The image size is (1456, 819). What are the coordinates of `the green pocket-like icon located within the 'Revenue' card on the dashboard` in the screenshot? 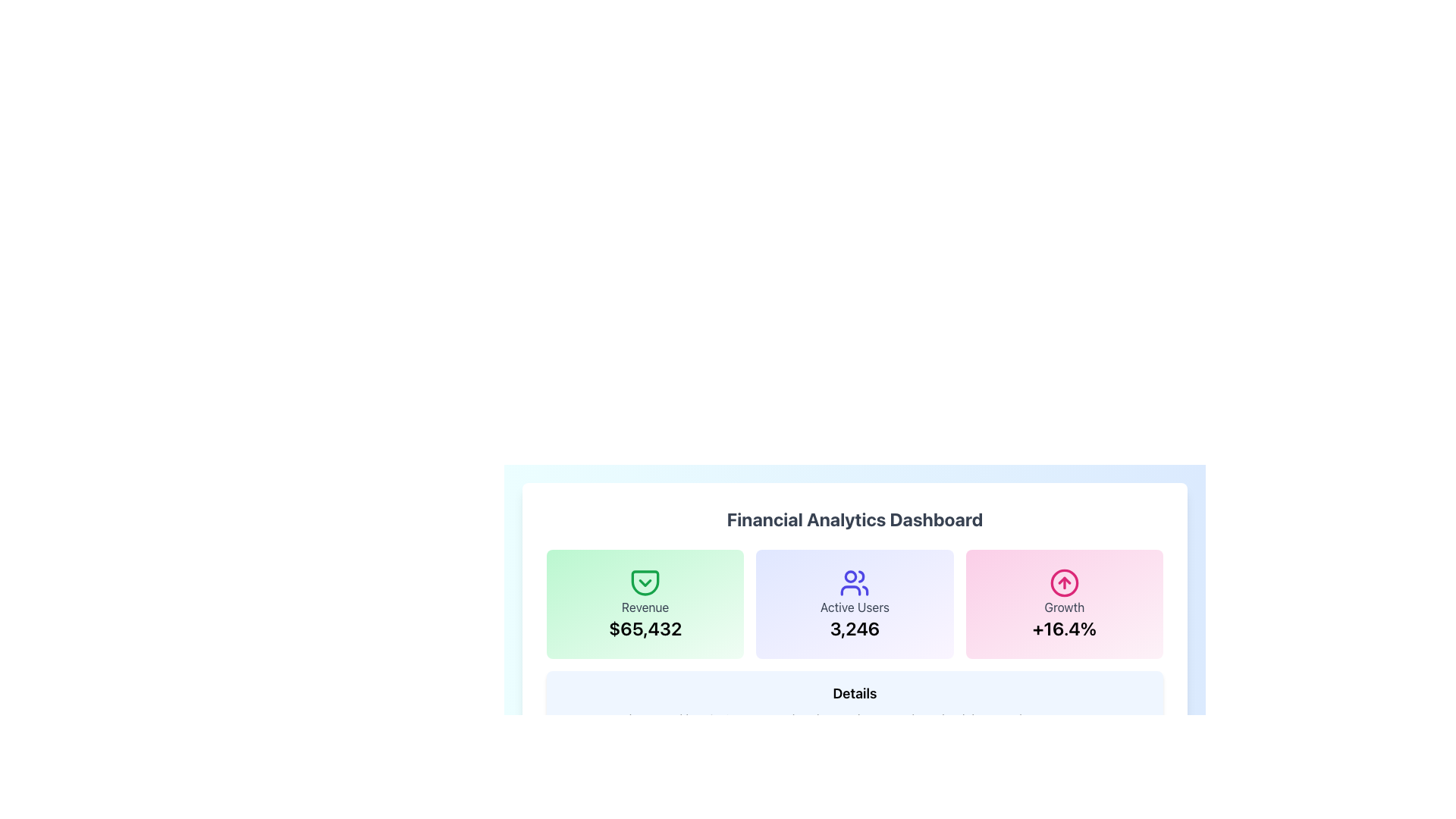 It's located at (645, 582).